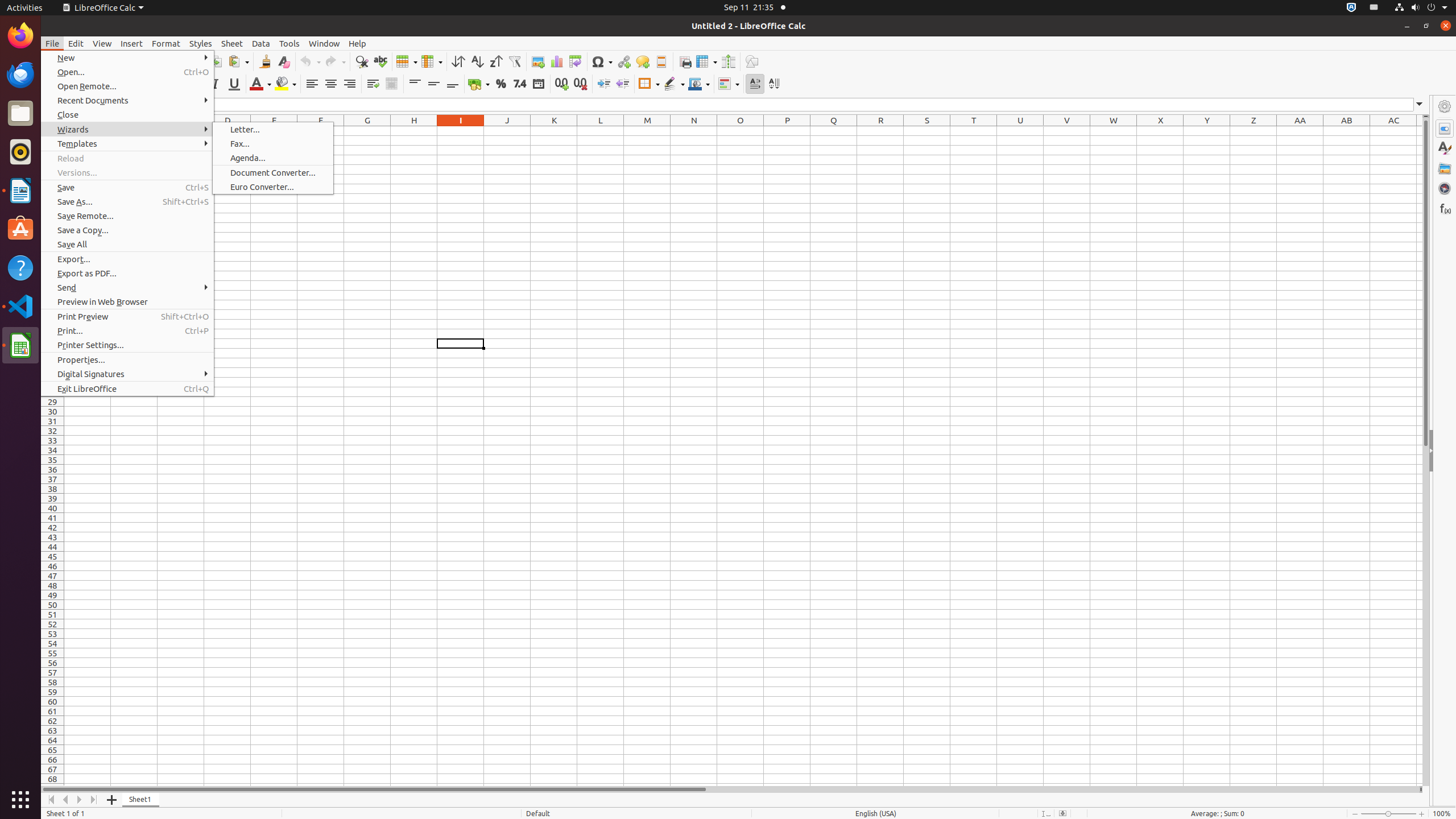 The image size is (1456, 819). Describe the element at coordinates (127, 57) in the screenshot. I see `'New'` at that location.